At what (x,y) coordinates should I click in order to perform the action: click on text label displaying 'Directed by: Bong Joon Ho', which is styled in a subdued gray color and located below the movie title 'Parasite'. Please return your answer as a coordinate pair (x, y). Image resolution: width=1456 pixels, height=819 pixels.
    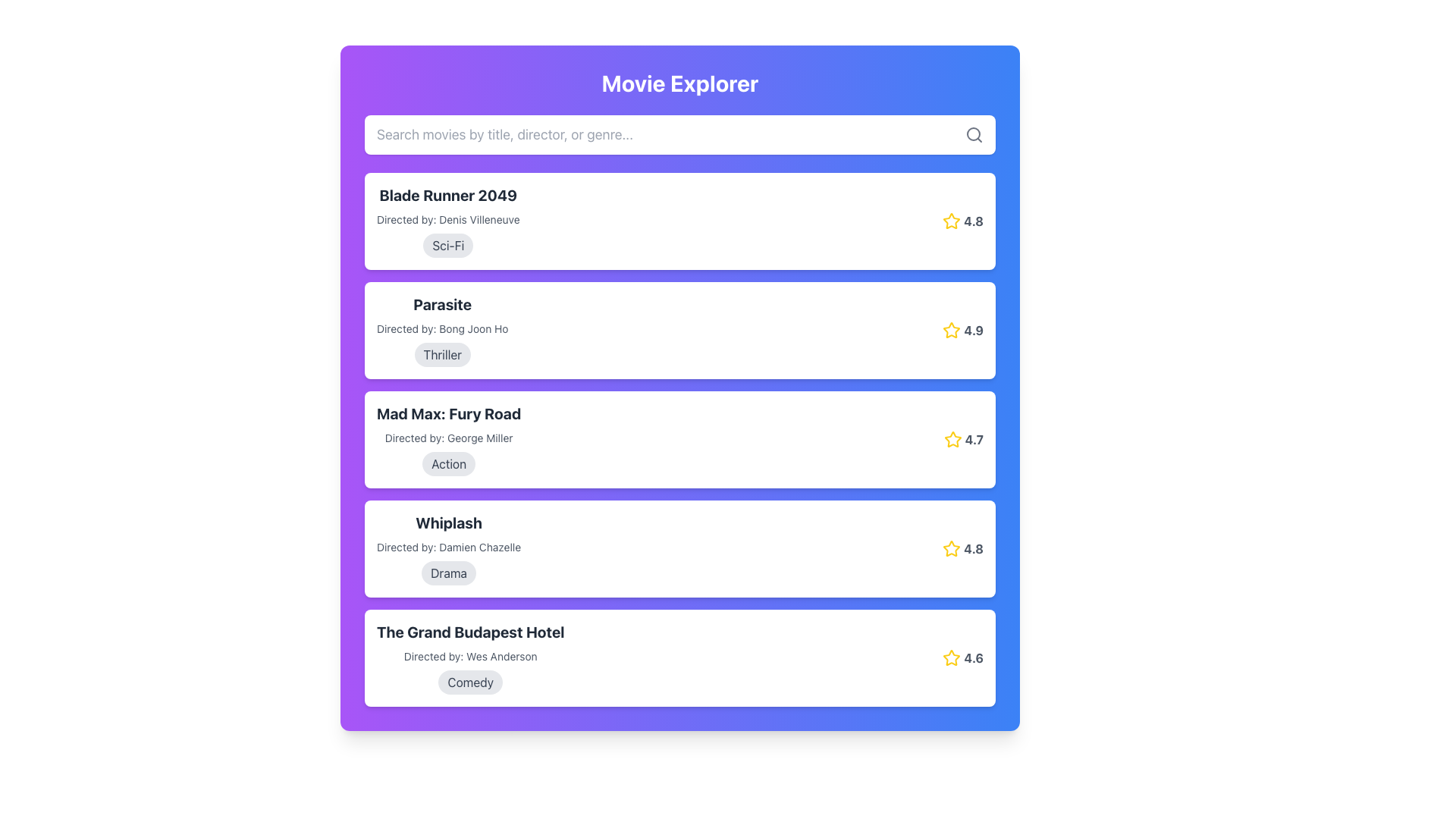
    Looking at the image, I should click on (441, 328).